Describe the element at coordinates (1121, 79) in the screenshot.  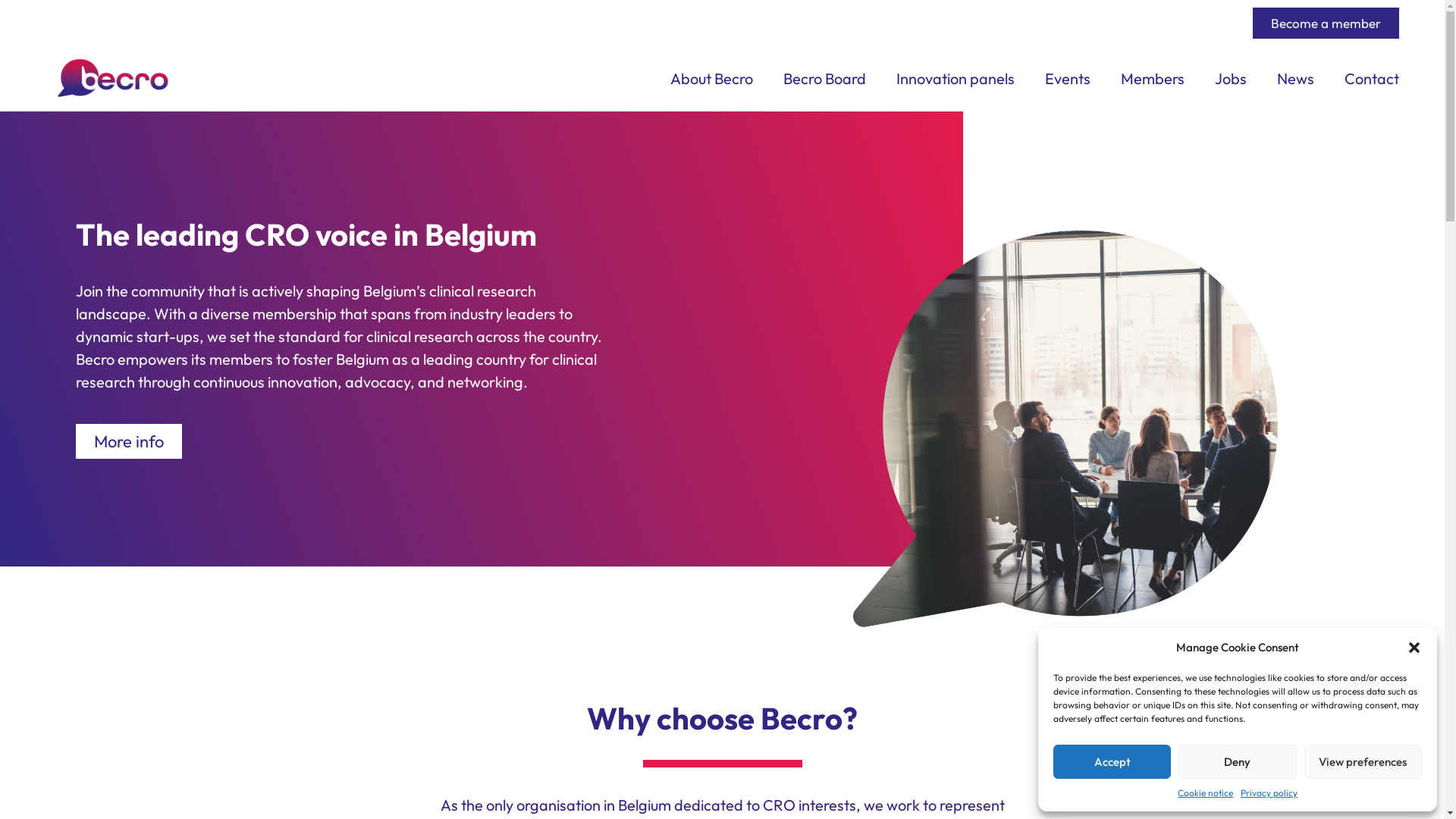
I see `'Members'` at that location.